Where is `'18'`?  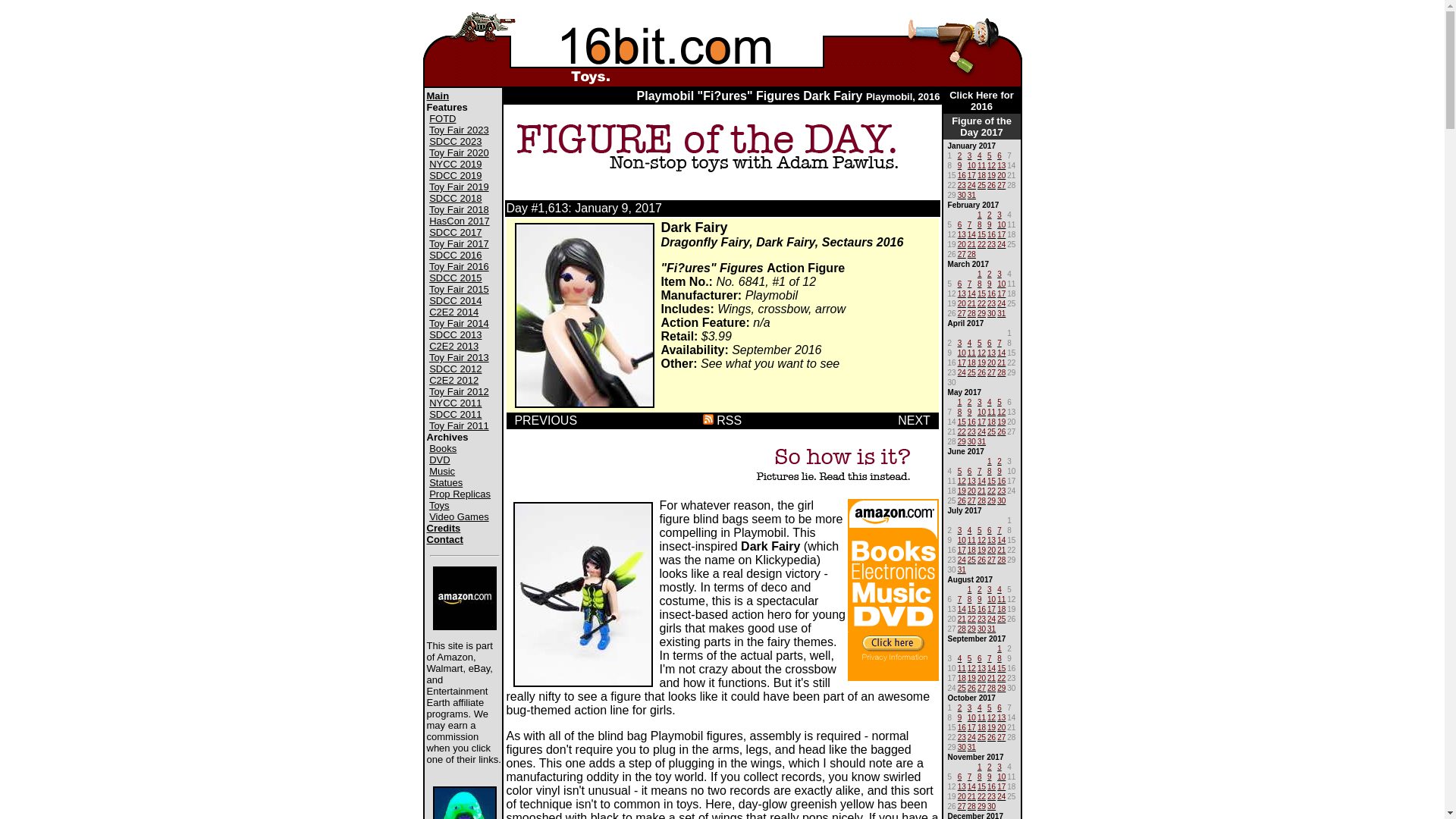
'18' is located at coordinates (977, 173).